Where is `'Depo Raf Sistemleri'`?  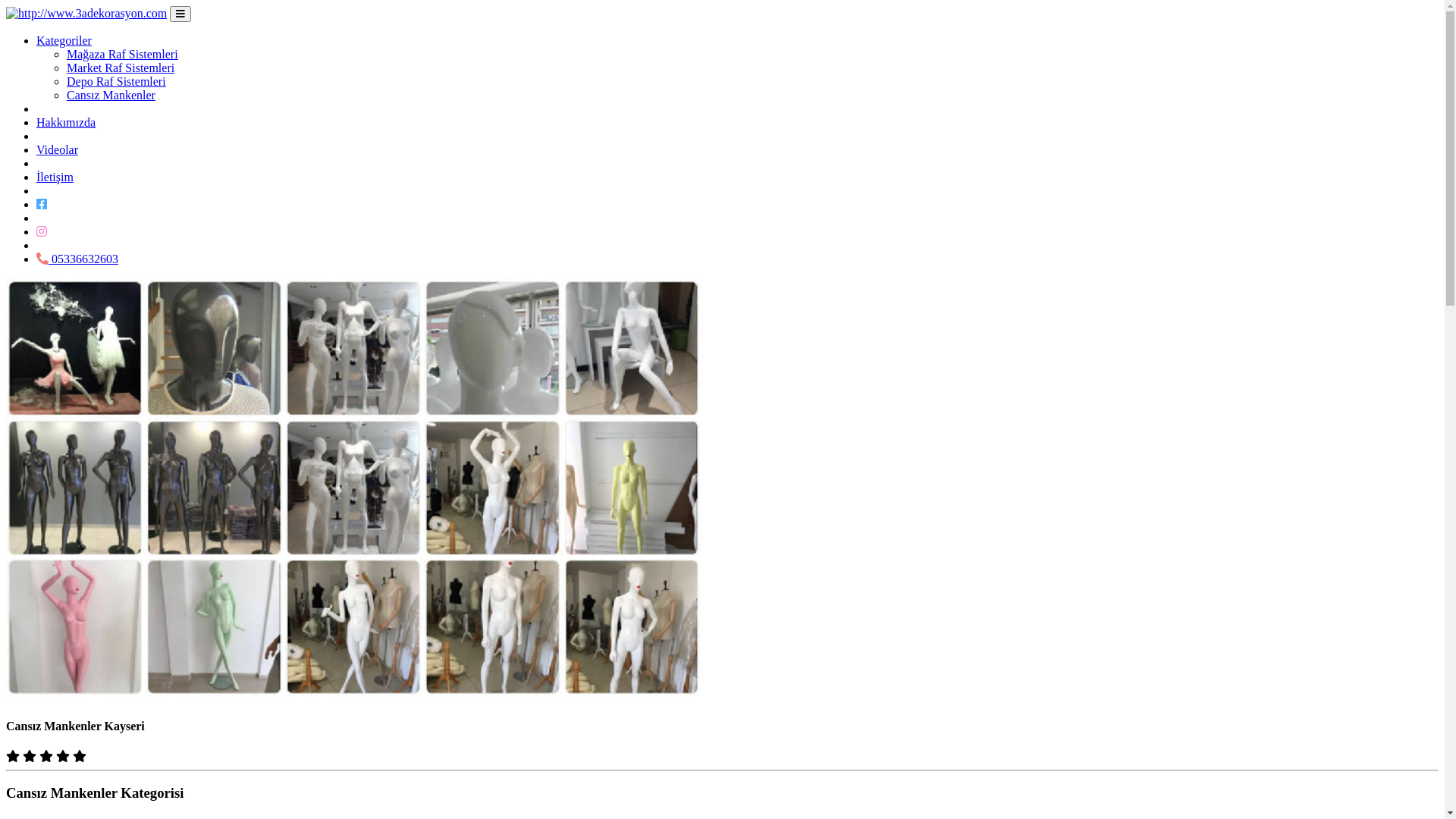
'Depo Raf Sistemleri' is located at coordinates (65, 81).